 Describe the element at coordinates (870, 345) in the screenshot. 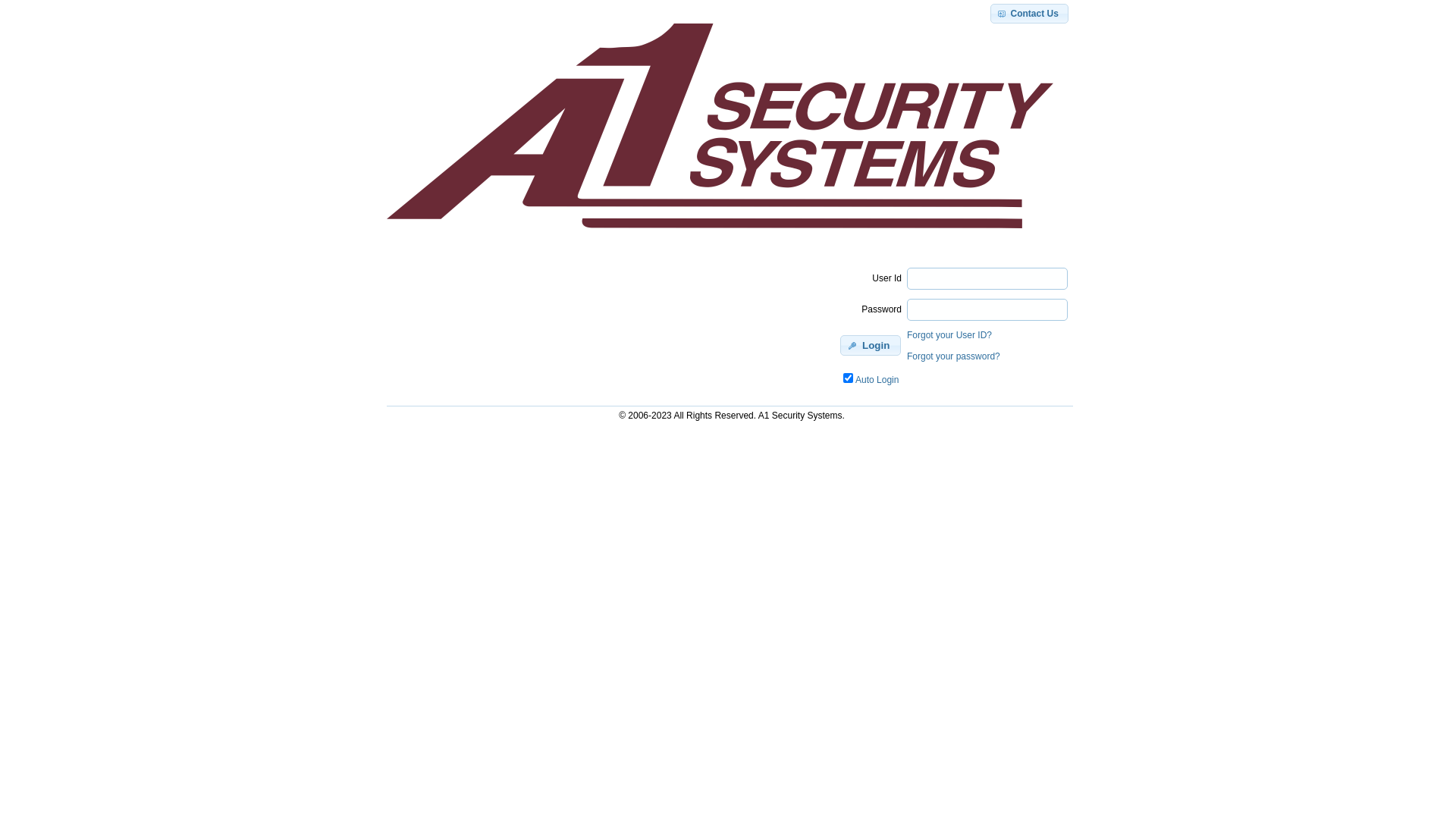

I see `'Login'` at that location.